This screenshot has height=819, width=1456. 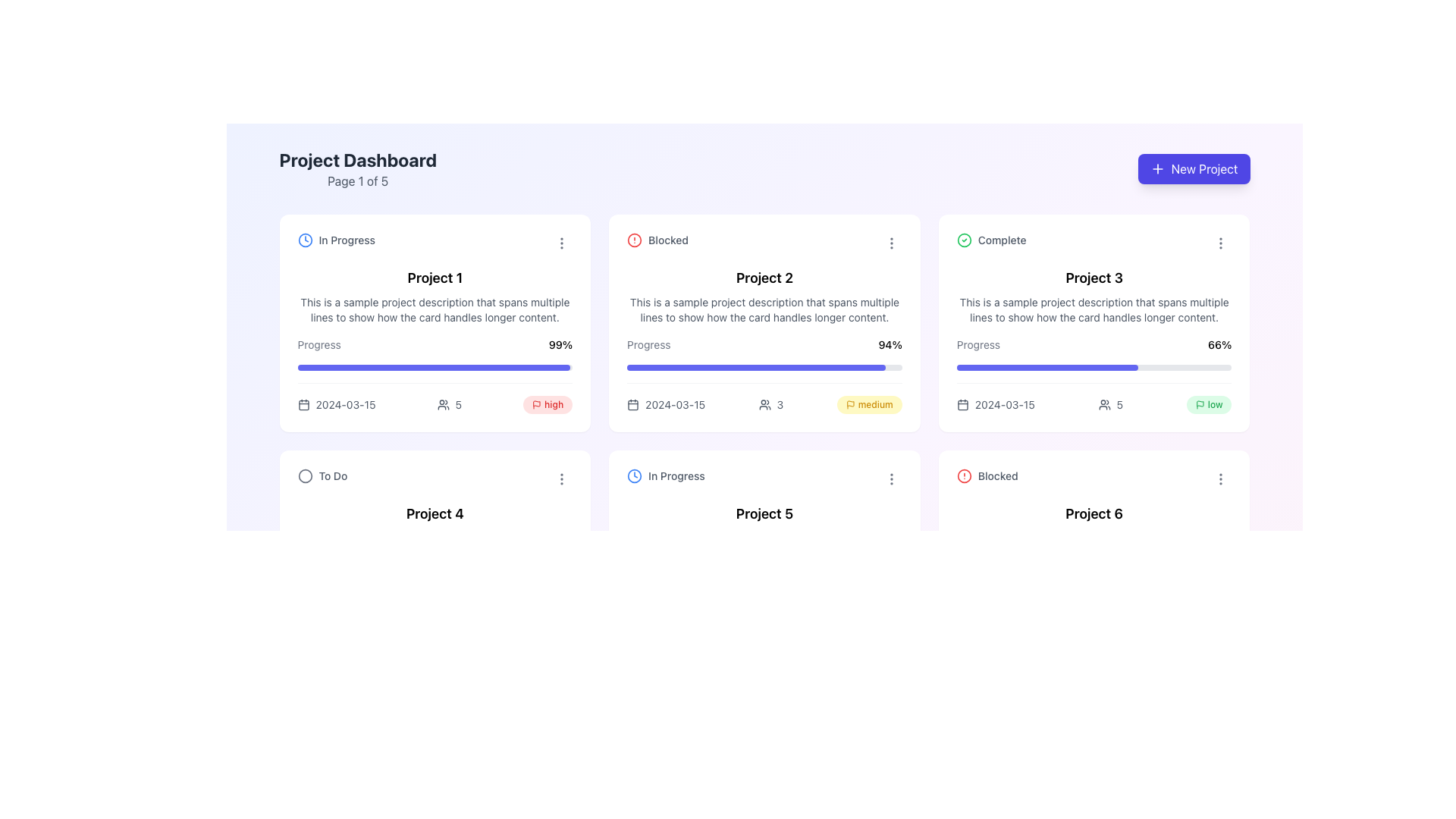 I want to click on the options menu trigger button located at the top-right corner of the 'Project 6' card, so click(x=1221, y=479).